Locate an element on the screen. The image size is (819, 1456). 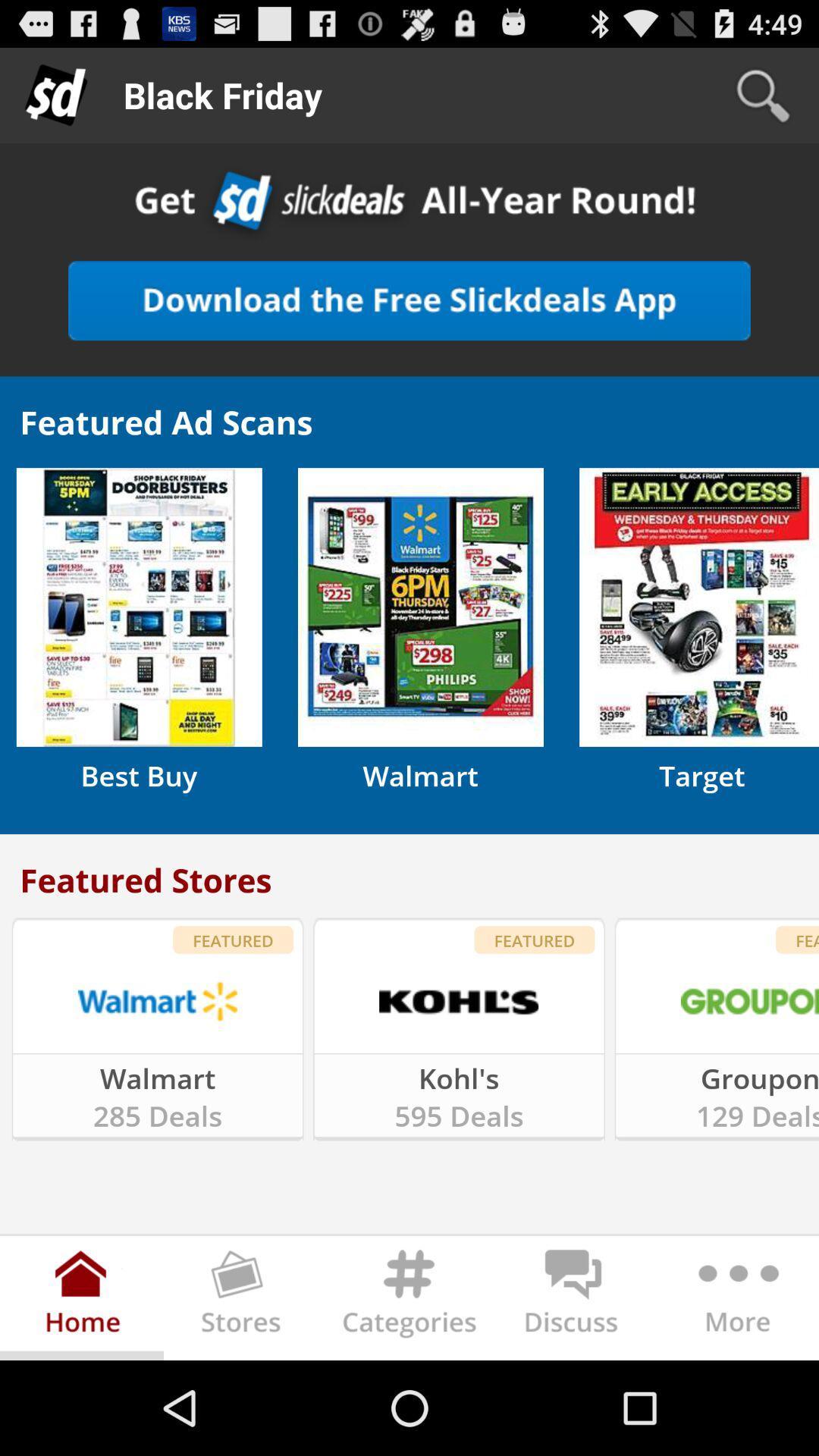
categories is located at coordinates (409, 1301).